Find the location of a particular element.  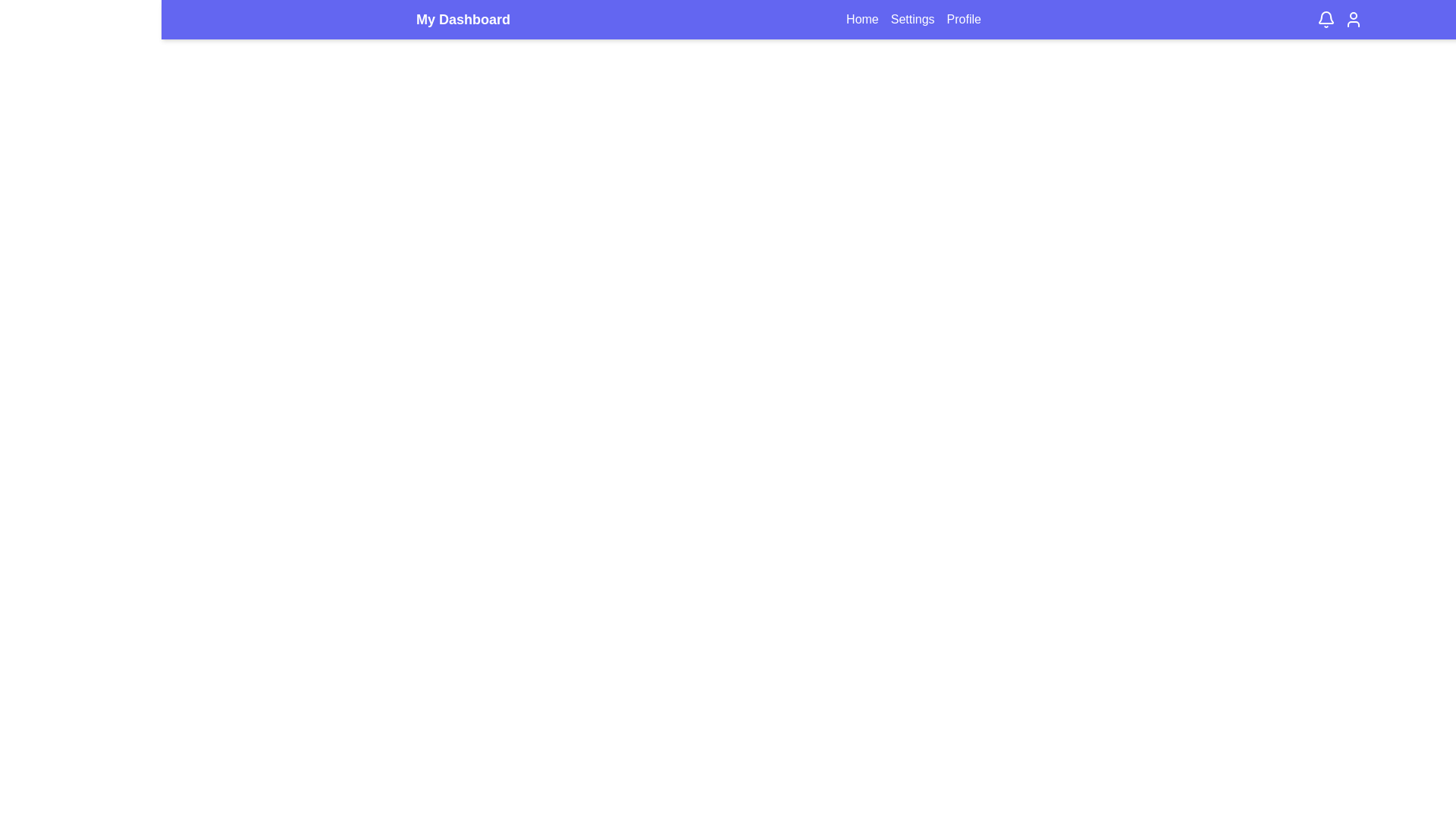

the navigational text link located in the top navigation bar to change its color is located at coordinates (862, 20).